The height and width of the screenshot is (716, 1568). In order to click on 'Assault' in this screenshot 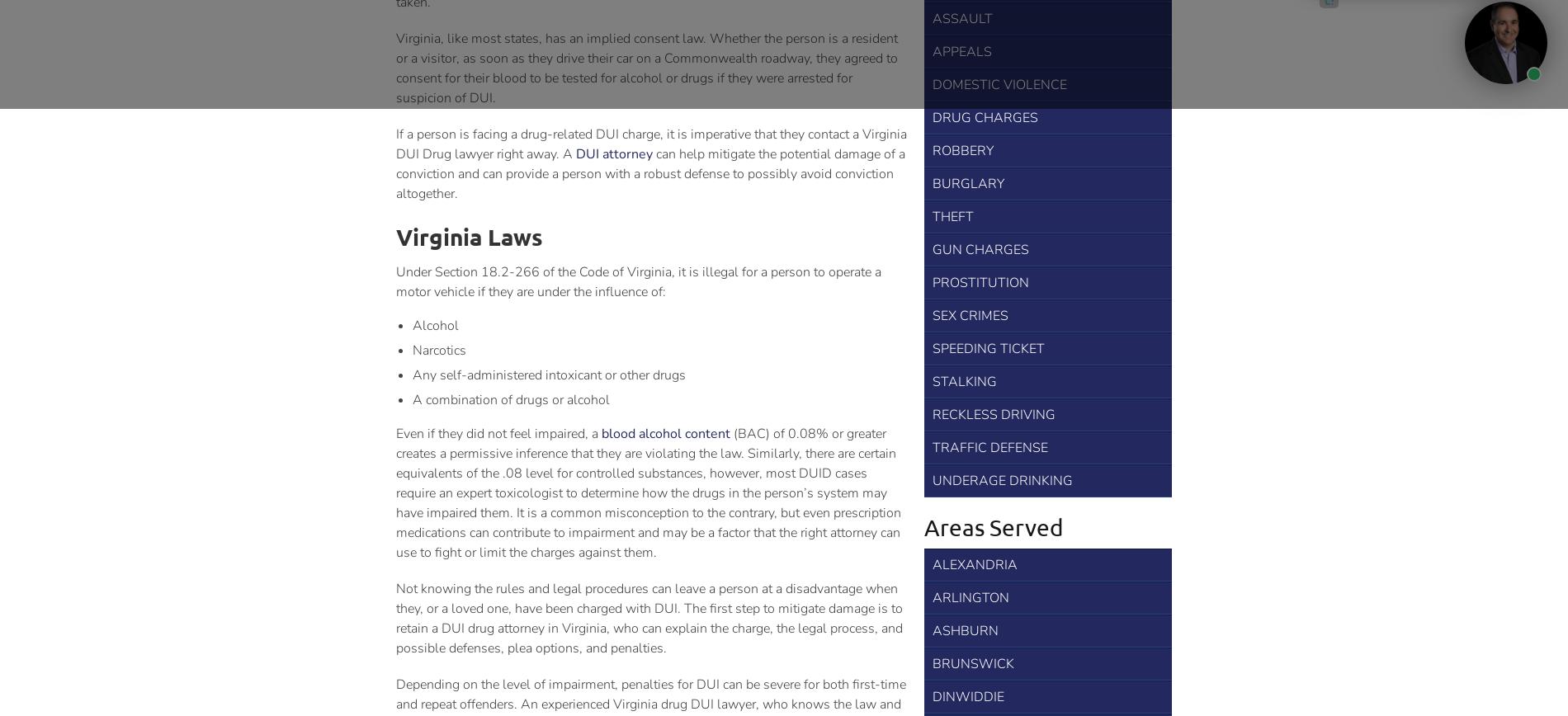, I will do `click(962, 19)`.